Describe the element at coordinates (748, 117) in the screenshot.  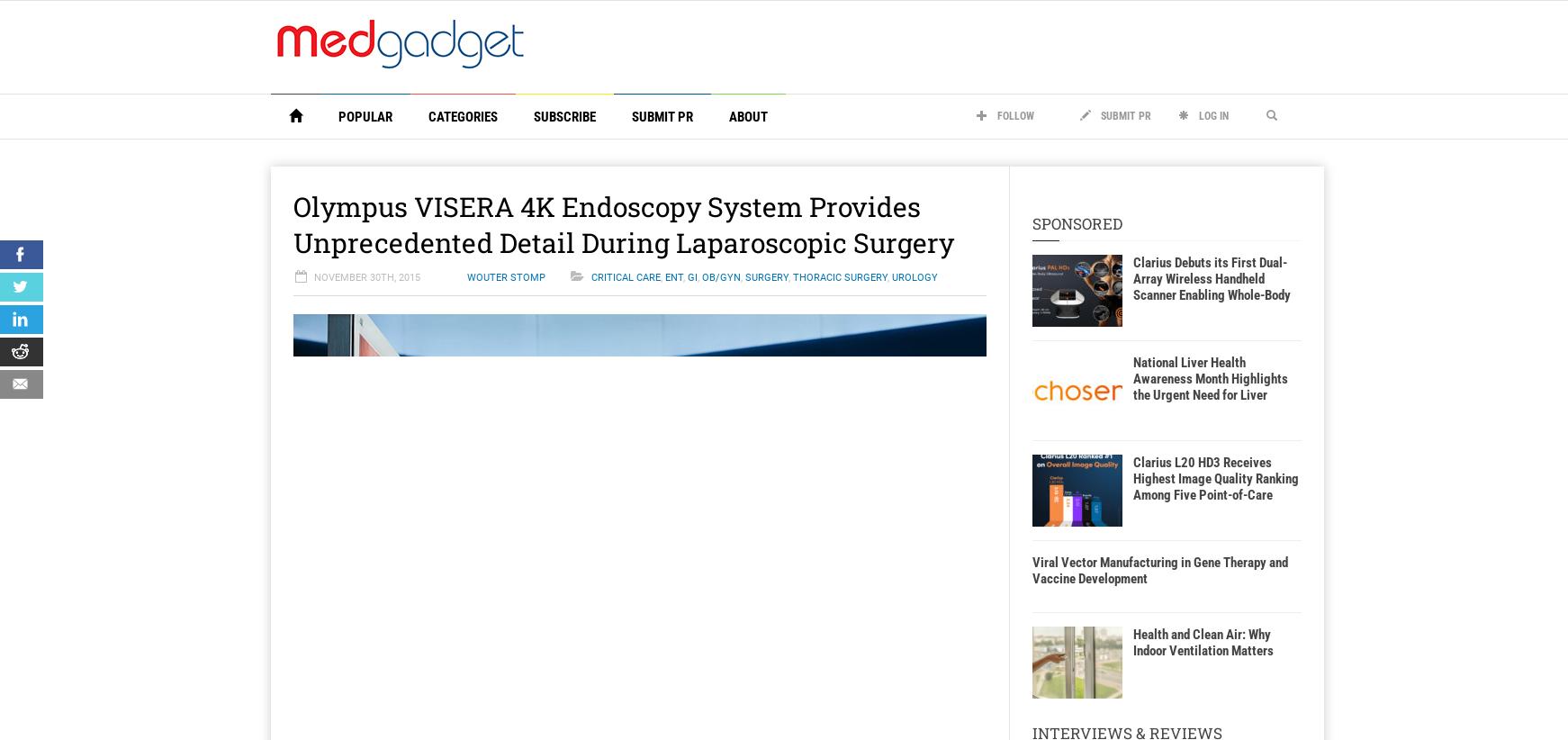
I see `'About'` at that location.